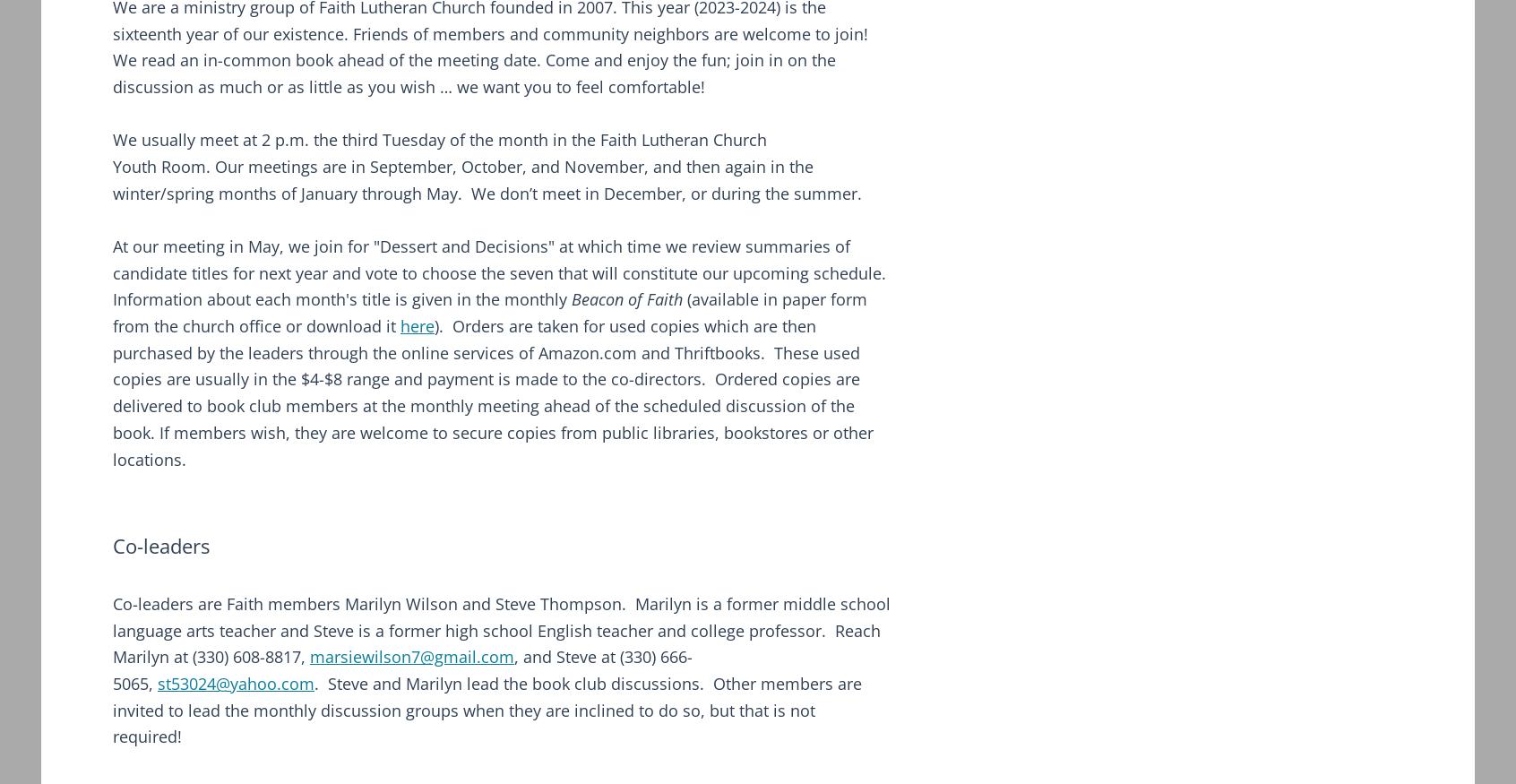  What do you see at coordinates (499, 271) in the screenshot?
I see `'At our meeting in May, we join for "Dessert and Decisions" at which time we review summaries of candidate titles for next year and vote to choose the seven that will constitute our upcoming schedule. Information about each month's title is given in the monthly'` at bounding box center [499, 271].